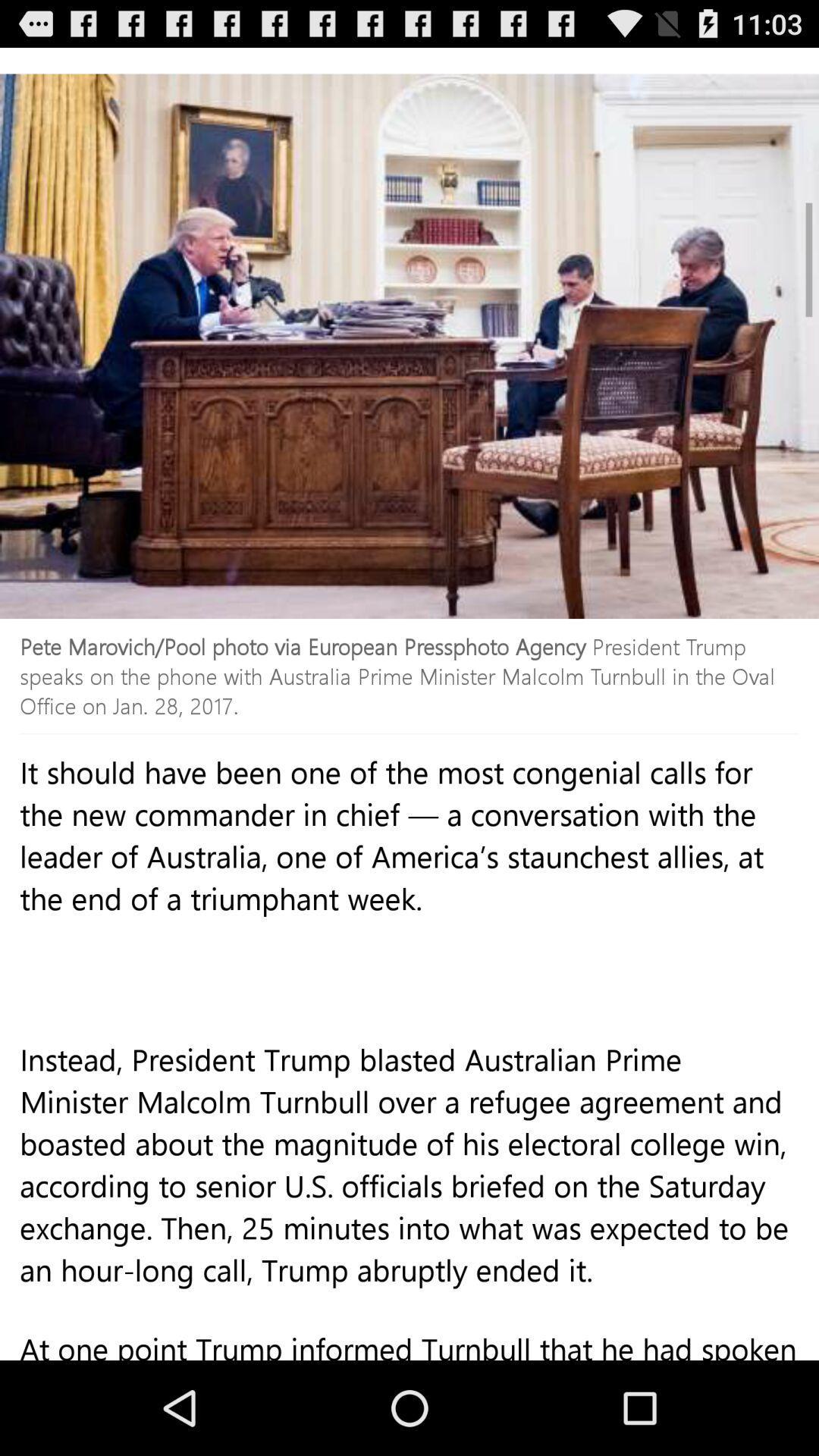 The height and width of the screenshot is (1456, 819). I want to click on it should have, so click(409, 908).